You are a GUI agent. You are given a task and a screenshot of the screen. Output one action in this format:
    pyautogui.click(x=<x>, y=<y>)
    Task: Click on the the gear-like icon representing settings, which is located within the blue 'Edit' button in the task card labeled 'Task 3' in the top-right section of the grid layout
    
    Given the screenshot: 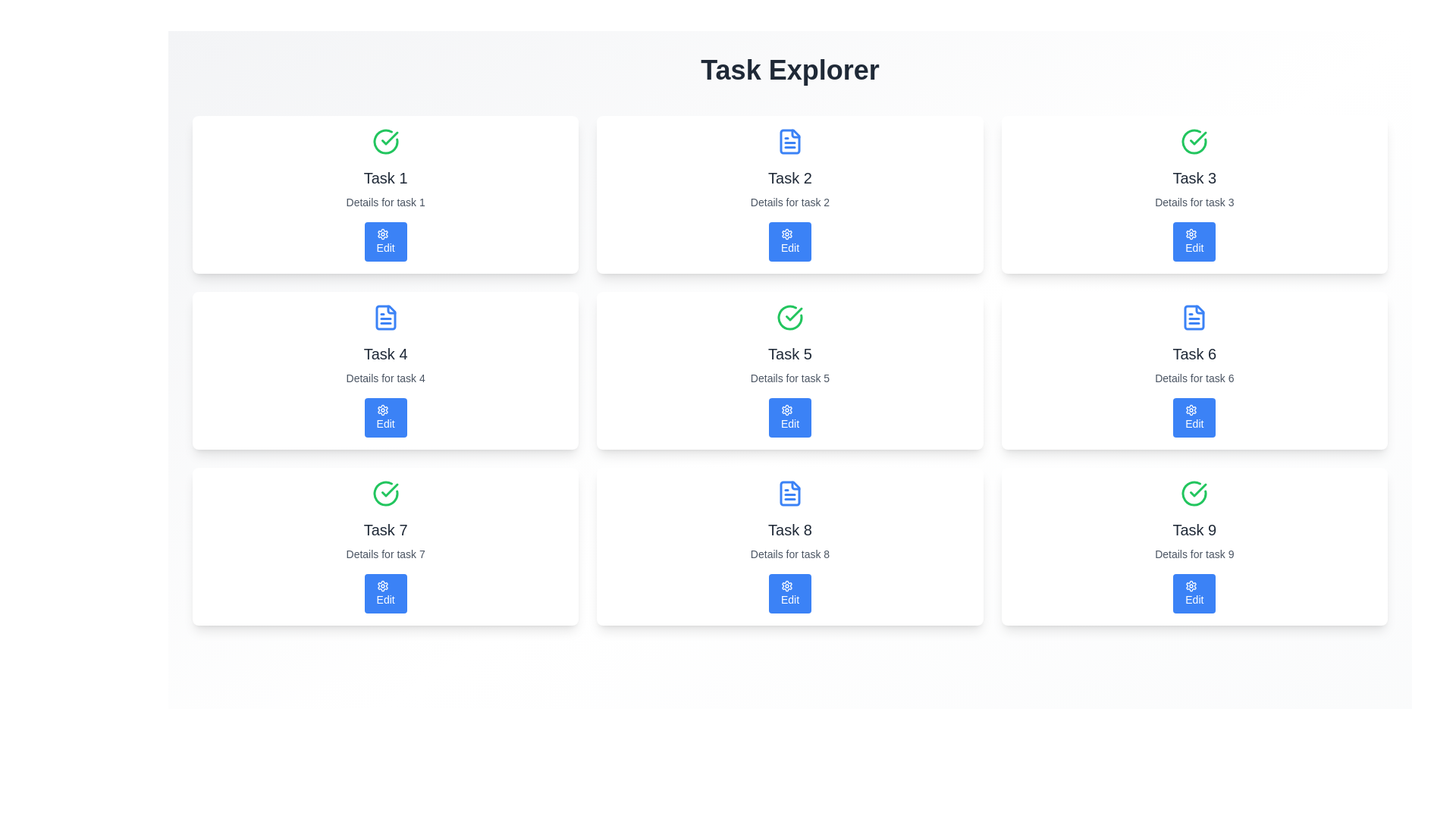 What is the action you would take?
    pyautogui.click(x=1191, y=234)
    